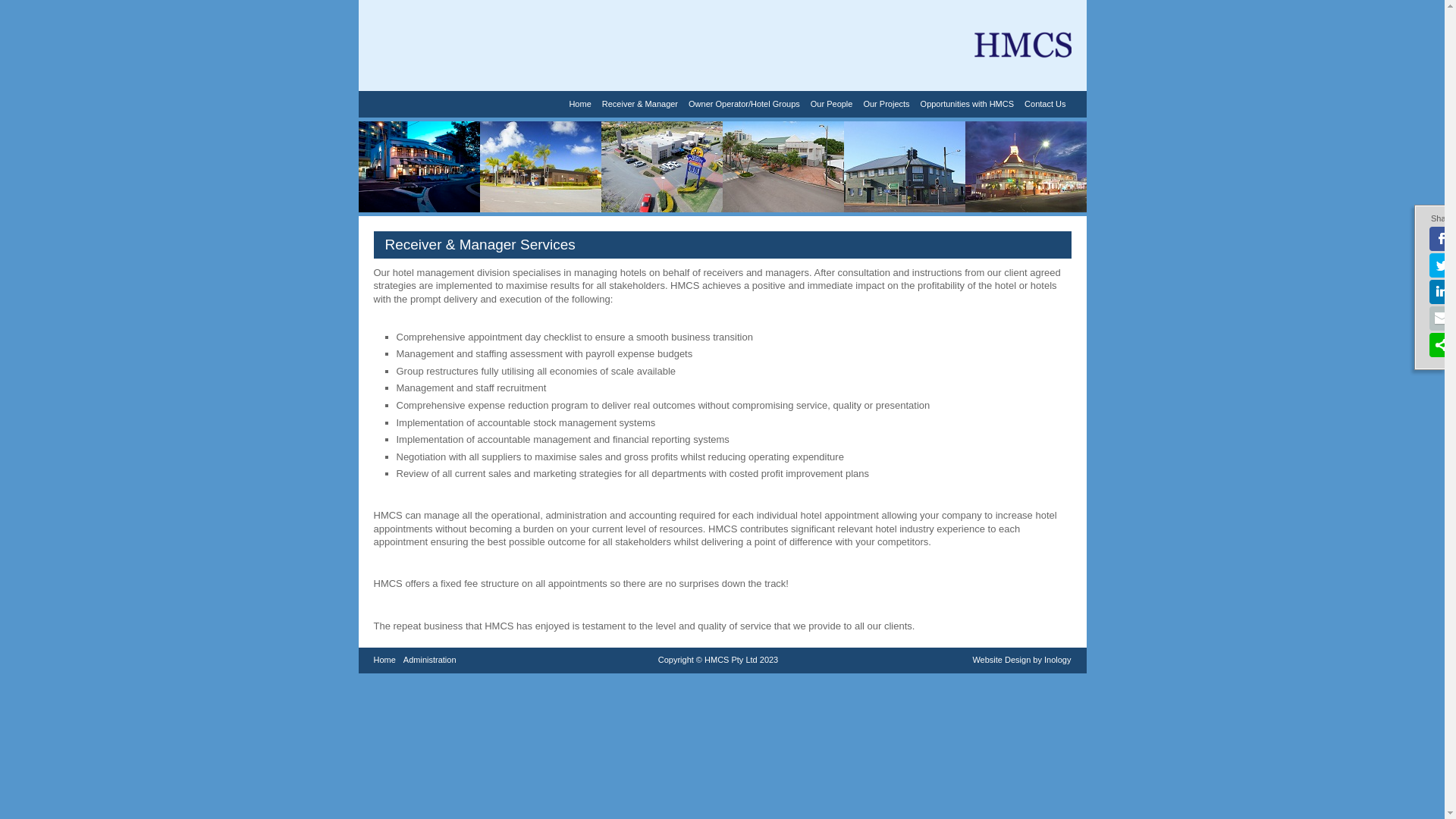  Describe the element at coordinates (886, 103) in the screenshot. I see `'Our Projects'` at that location.